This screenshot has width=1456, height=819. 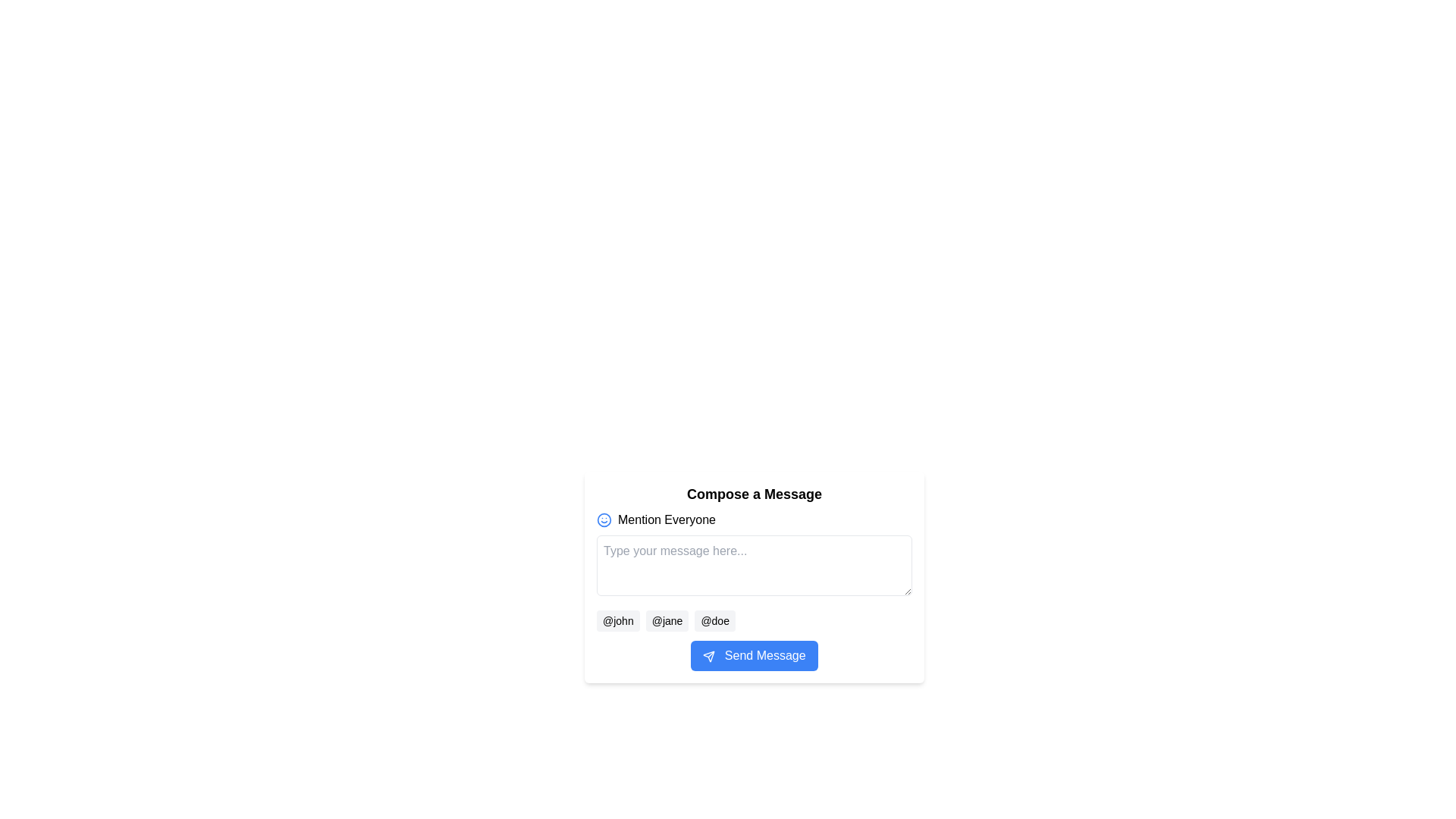 What do you see at coordinates (667, 620) in the screenshot?
I see `the '@jane' tag, which is the second pill-shaped tag in a group of three tags located beneath the message input box` at bounding box center [667, 620].